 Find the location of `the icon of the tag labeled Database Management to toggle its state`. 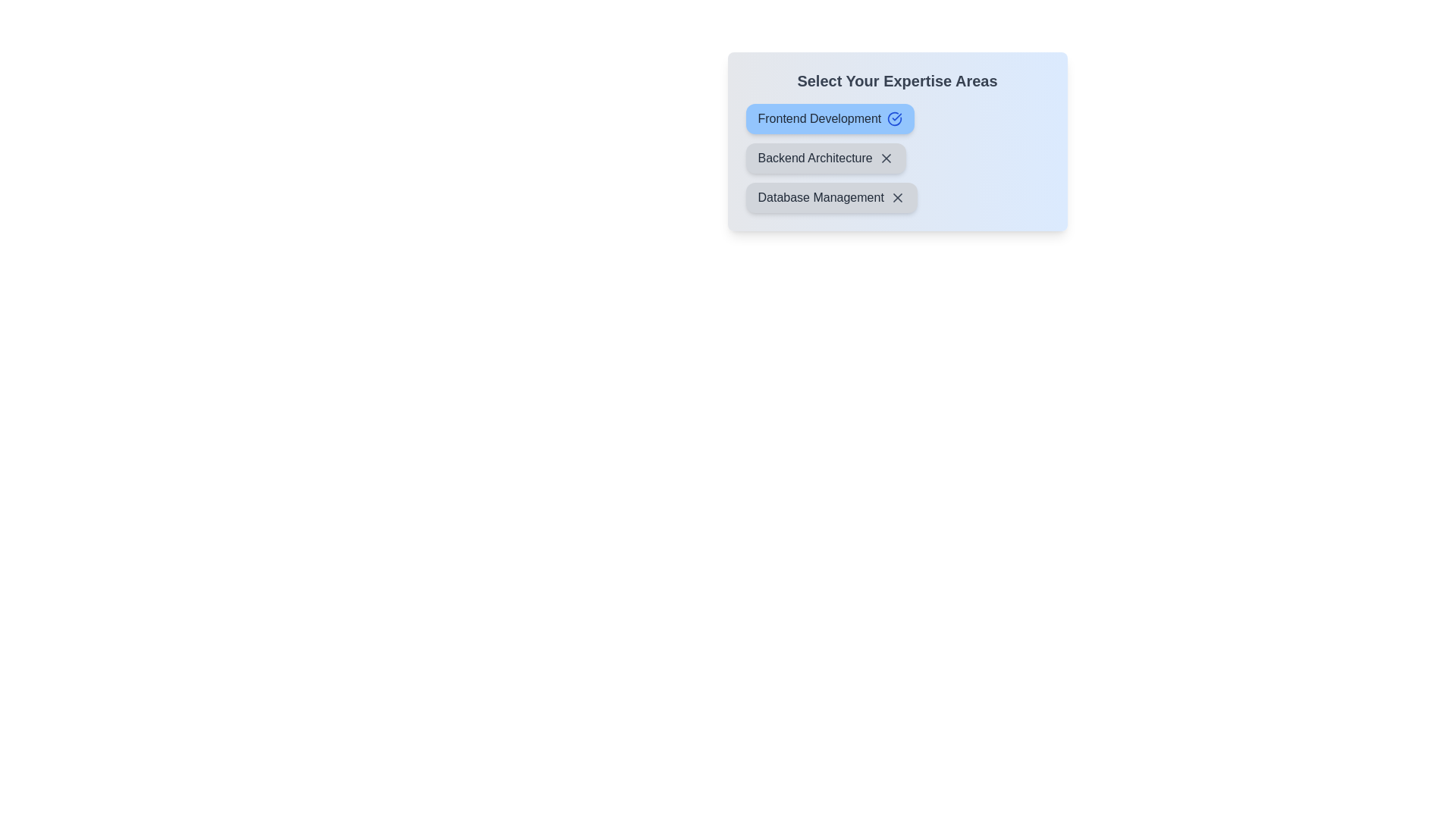

the icon of the tag labeled Database Management to toggle its state is located at coordinates (897, 197).